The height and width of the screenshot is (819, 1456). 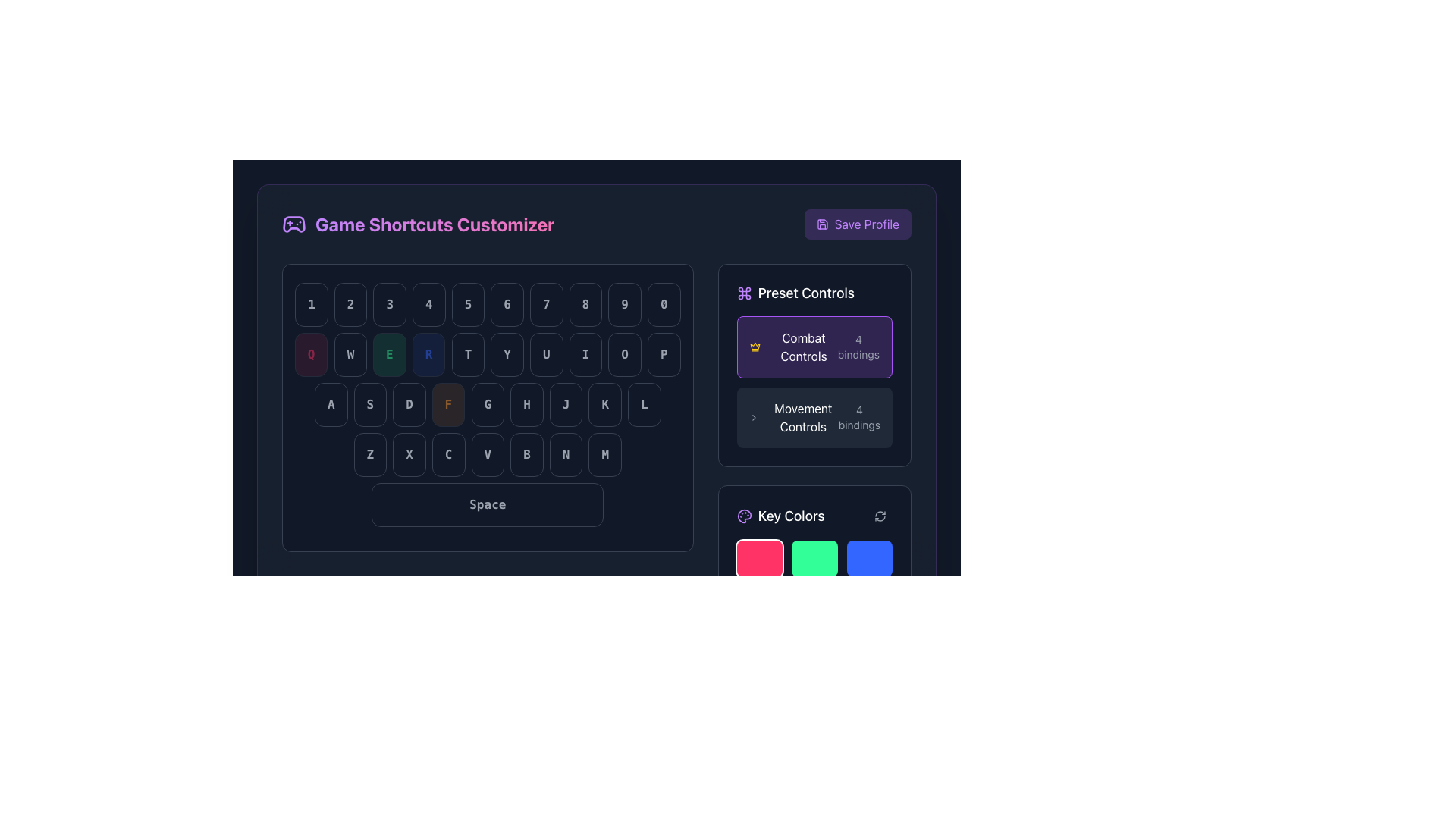 What do you see at coordinates (447, 454) in the screenshot?
I see `the rectangular button displaying the character 'C', which is part of the virtual keyboard's bottom-most row` at bounding box center [447, 454].